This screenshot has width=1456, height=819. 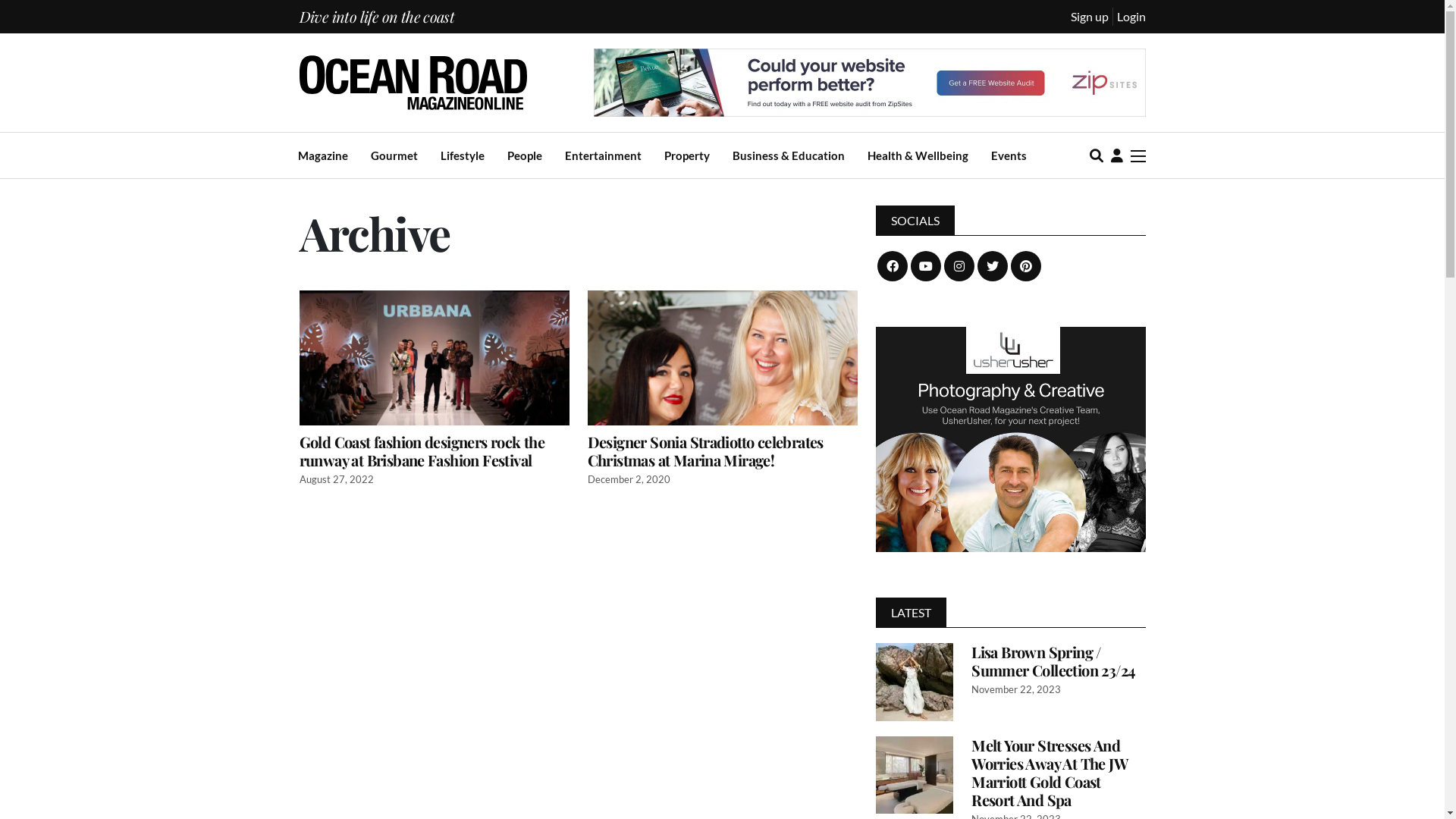 What do you see at coordinates (393, 155) in the screenshot?
I see `'Gourmet'` at bounding box center [393, 155].